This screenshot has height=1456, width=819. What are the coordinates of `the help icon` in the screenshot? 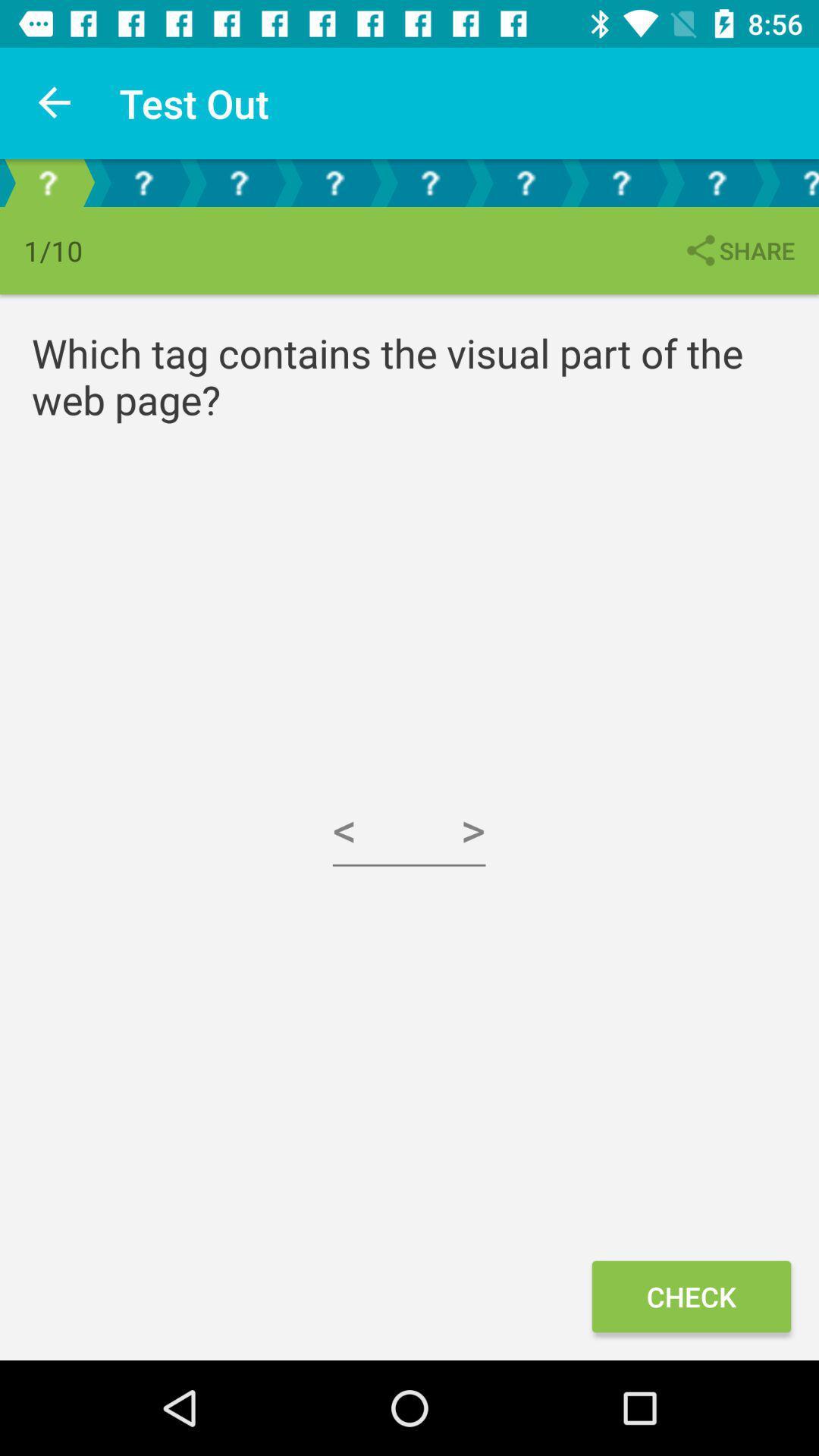 It's located at (143, 182).